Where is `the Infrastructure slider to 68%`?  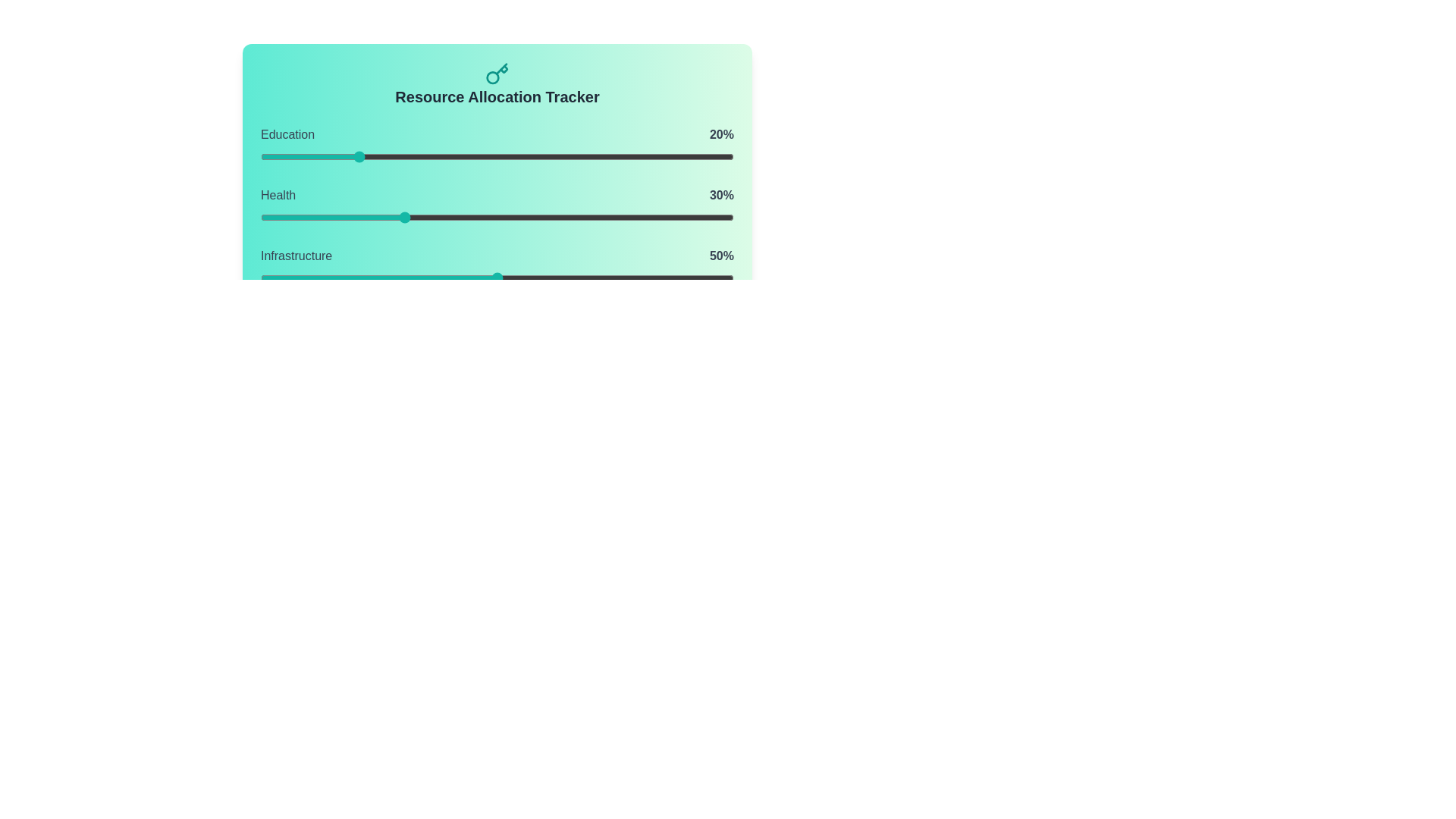
the Infrastructure slider to 68% is located at coordinates (582, 278).